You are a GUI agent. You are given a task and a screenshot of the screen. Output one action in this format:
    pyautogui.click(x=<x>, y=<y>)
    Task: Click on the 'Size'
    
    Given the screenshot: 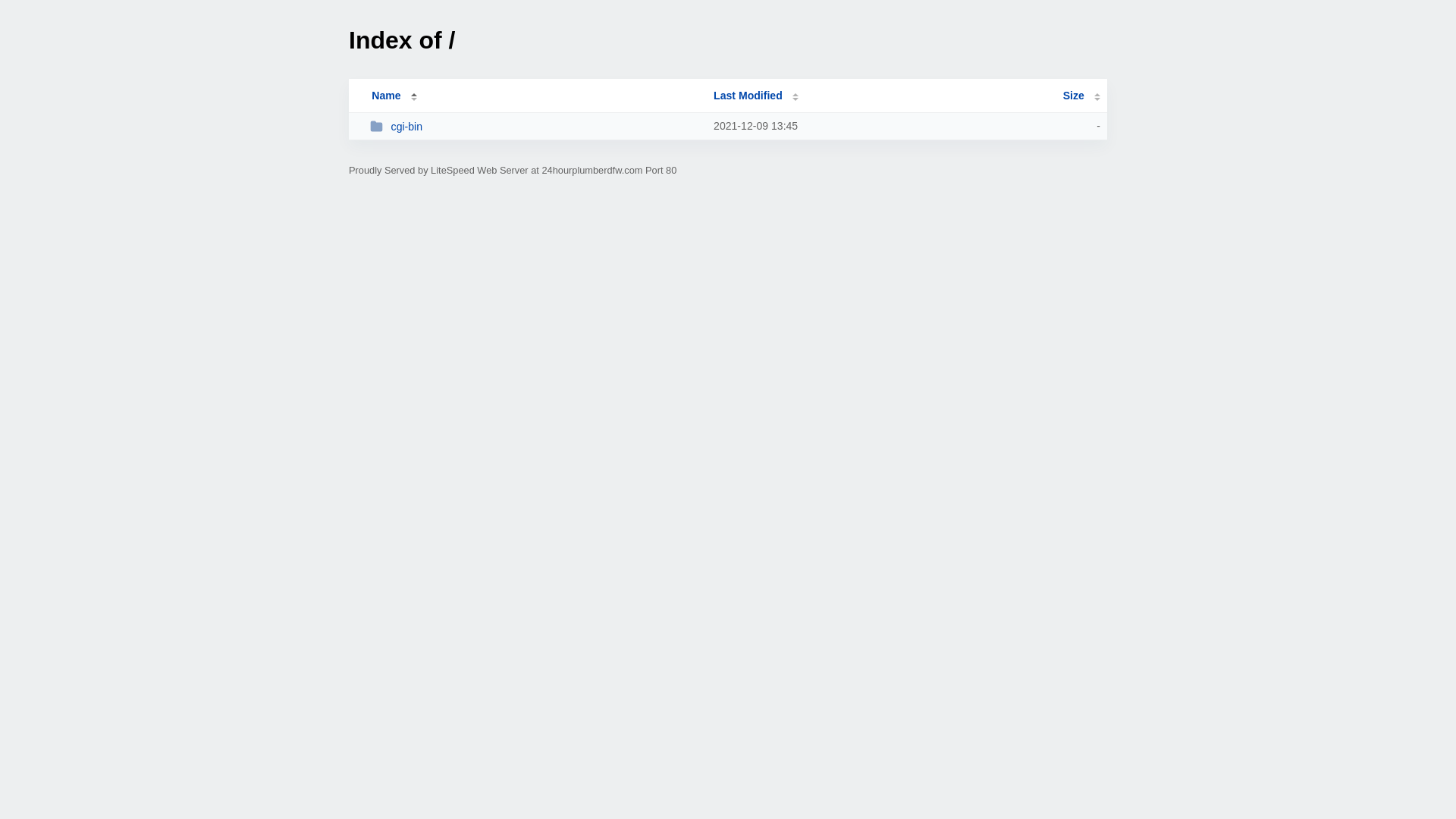 What is the action you would take?
    pyautogui.click(x=1081, y=96)
    